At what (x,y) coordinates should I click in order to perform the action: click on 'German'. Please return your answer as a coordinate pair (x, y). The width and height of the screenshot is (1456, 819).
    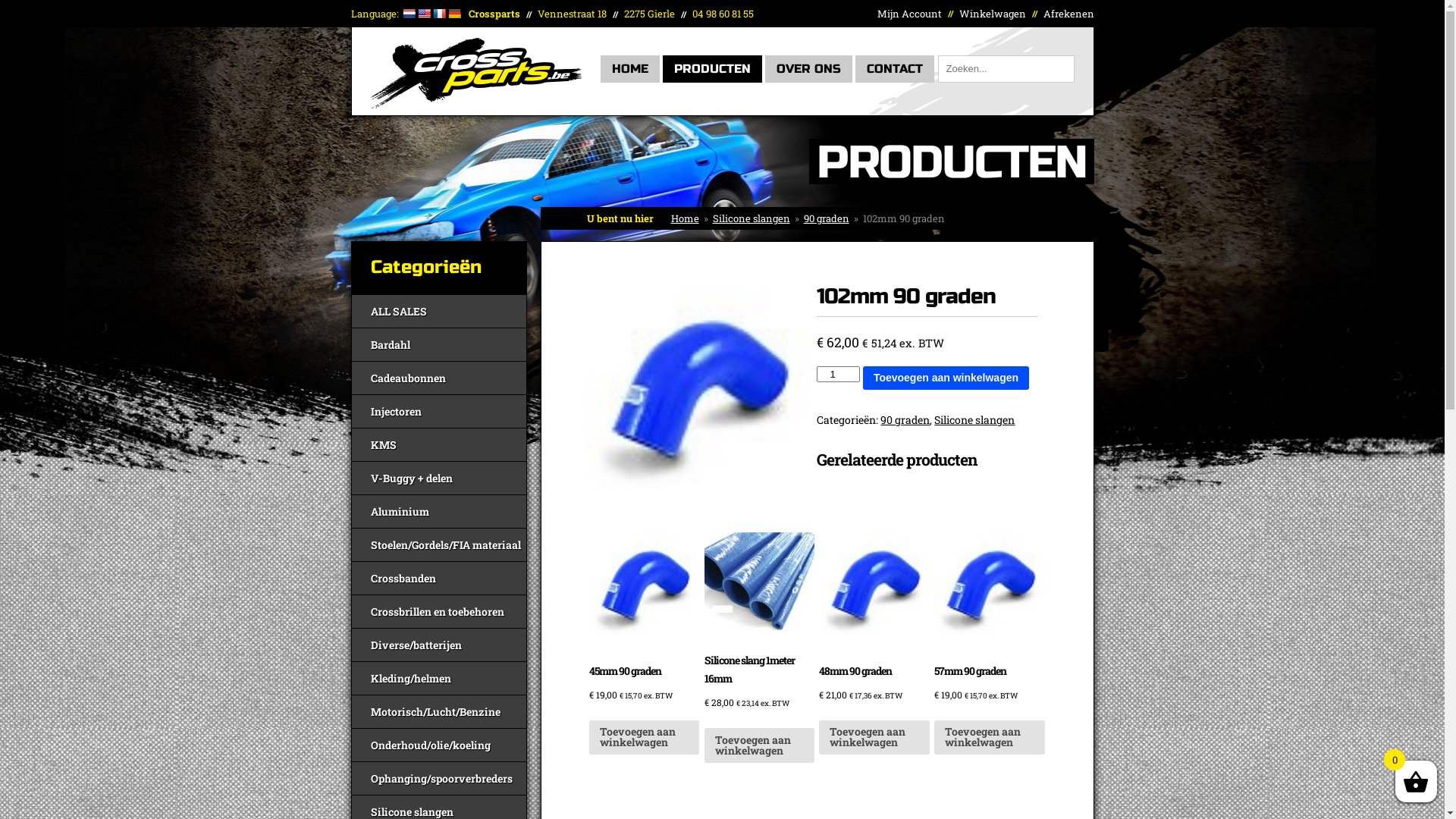
    Looking at the image, I should click on (447, 14).